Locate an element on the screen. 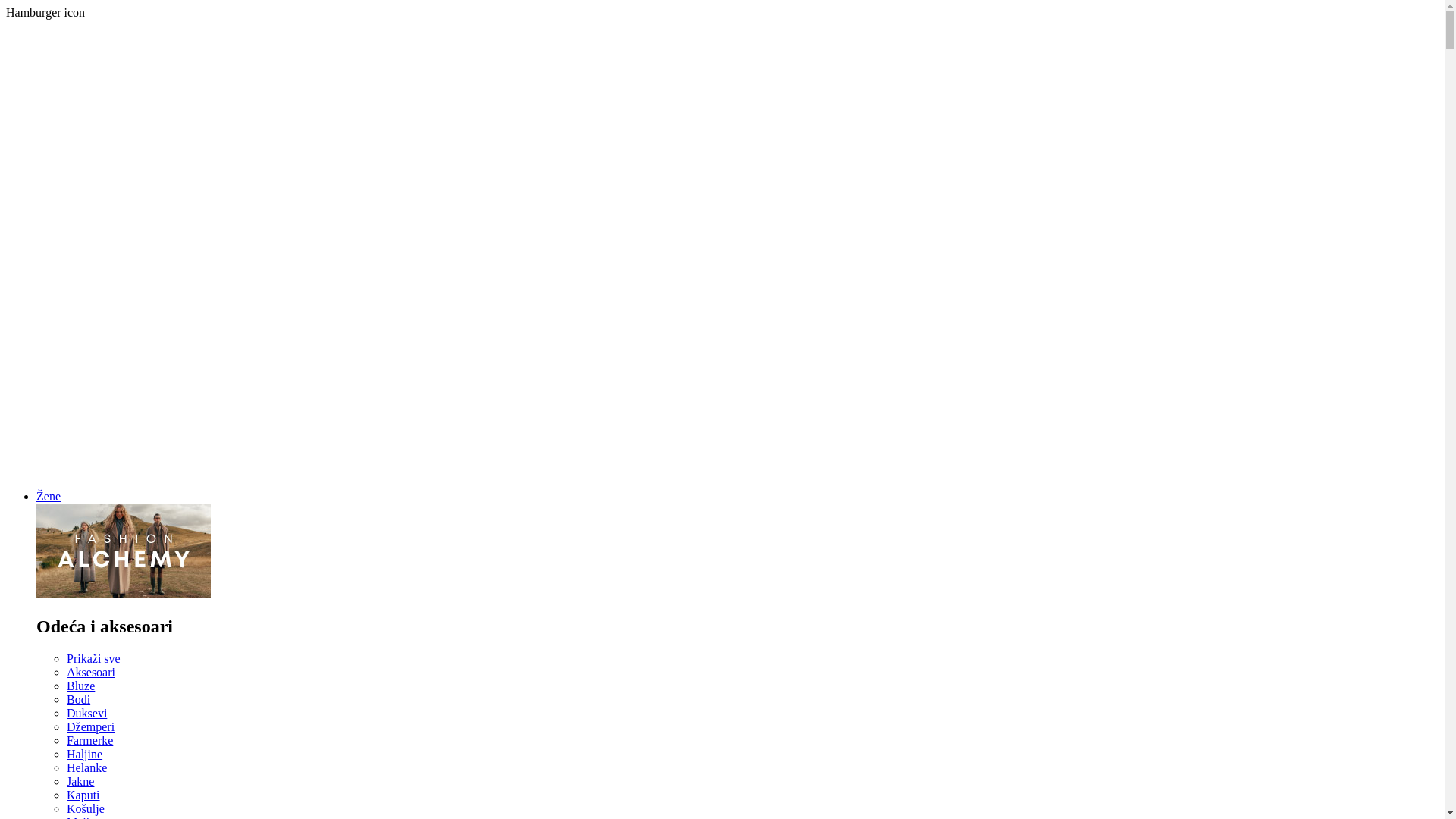  'Kaputi' is located at coordinates (83, 794).